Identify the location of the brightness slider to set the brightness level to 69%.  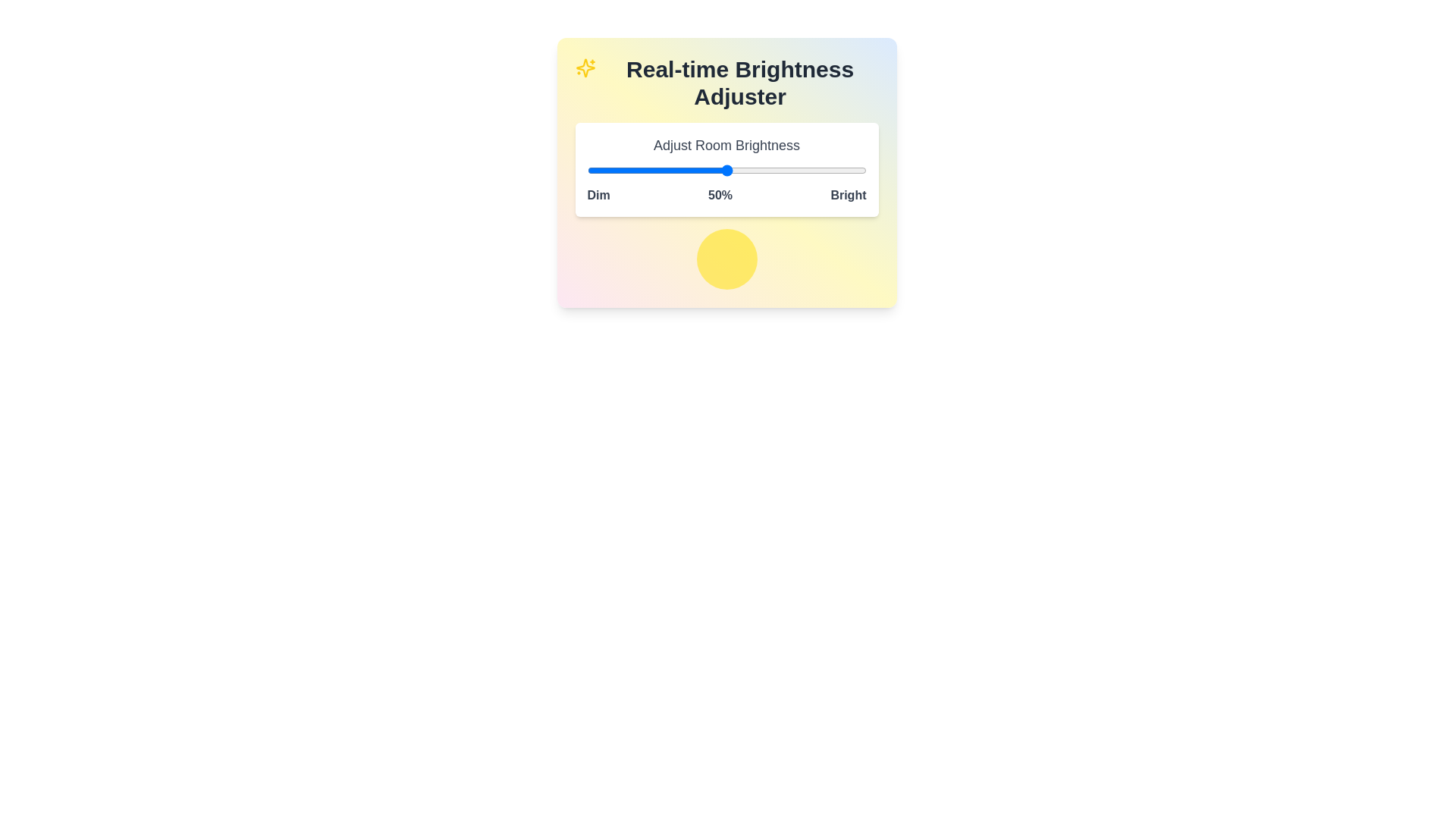
(780, 170).